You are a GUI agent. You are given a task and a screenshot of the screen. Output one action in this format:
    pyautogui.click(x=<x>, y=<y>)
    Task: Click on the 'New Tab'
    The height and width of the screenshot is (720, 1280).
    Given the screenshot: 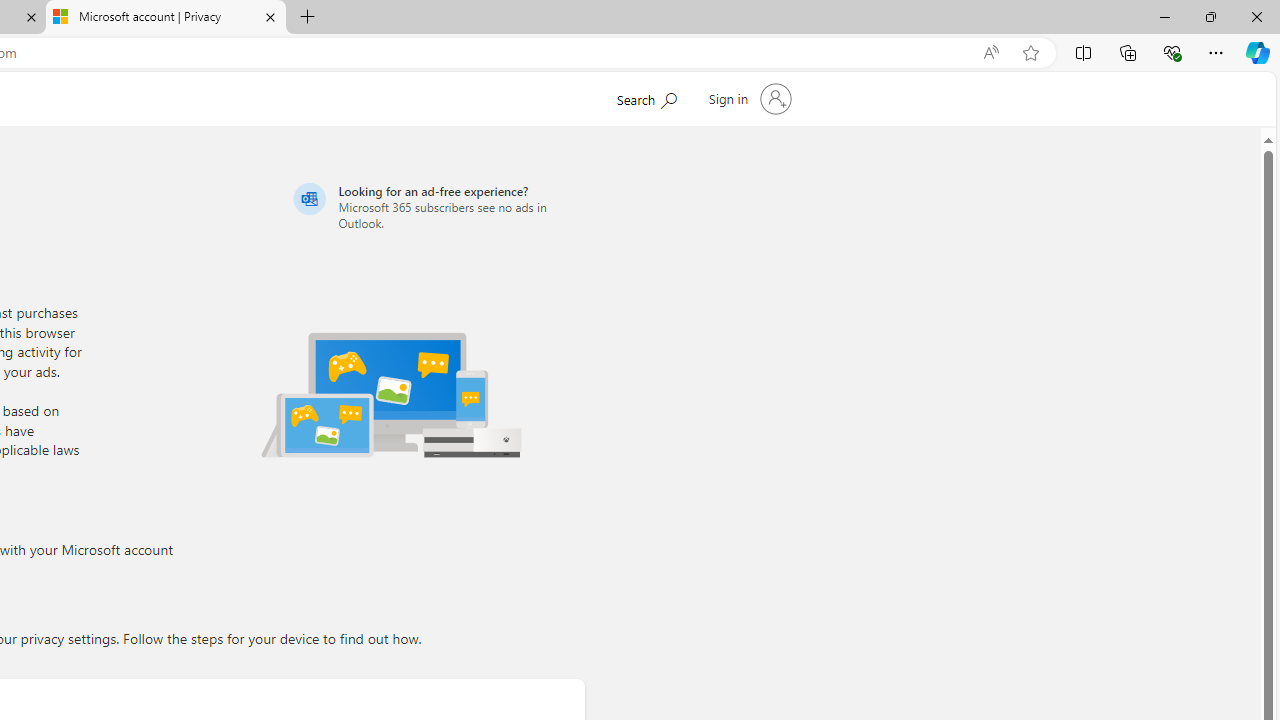 What is the action you would take?
    pyautogui.click(x=307, y=17)
    